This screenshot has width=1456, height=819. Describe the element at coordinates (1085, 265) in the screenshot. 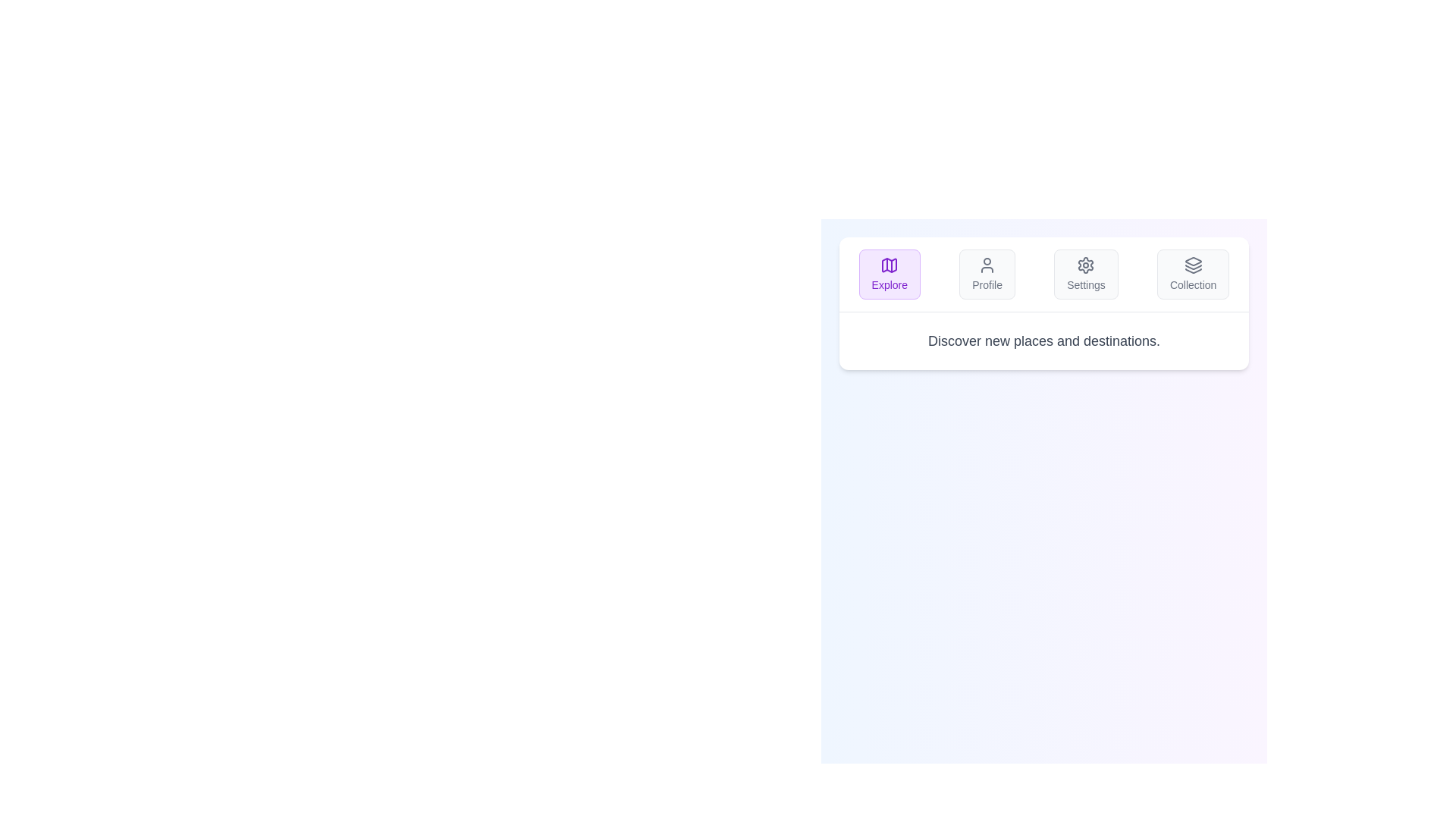

I see `the circular gear-shaped settings icon located within the 'Settings' button, which is the third item in the navigation bar at the top-right section of the interface` at that location.